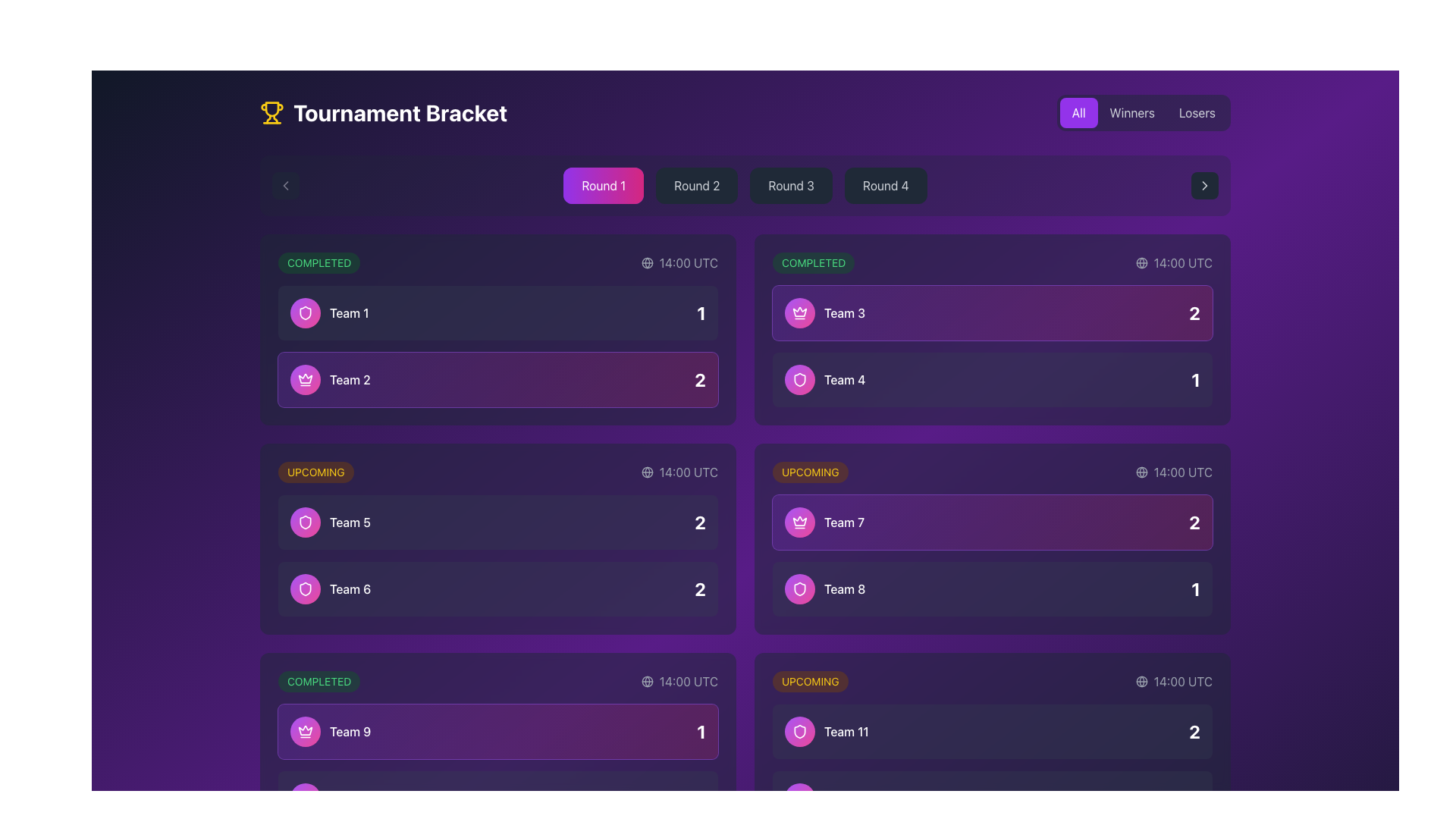 The height and width of the screenshot is (819, 1456). Describe the element at coordinates (799, 379) in the screenshot. I see `the shield icon with a rounded shape and gradient border located next to the text 'Team 8'` at that location.